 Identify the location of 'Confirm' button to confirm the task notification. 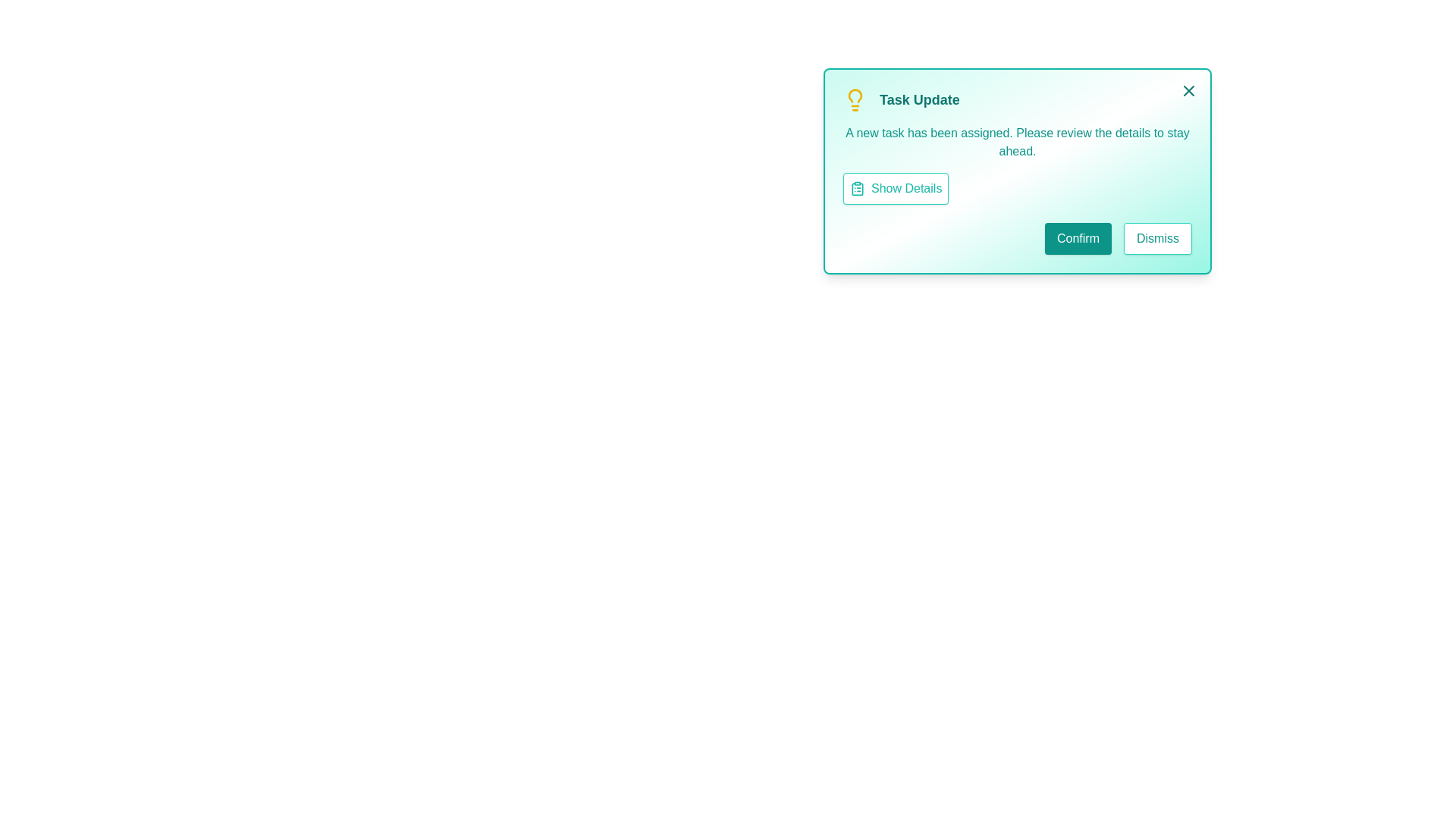
(1077, 239).